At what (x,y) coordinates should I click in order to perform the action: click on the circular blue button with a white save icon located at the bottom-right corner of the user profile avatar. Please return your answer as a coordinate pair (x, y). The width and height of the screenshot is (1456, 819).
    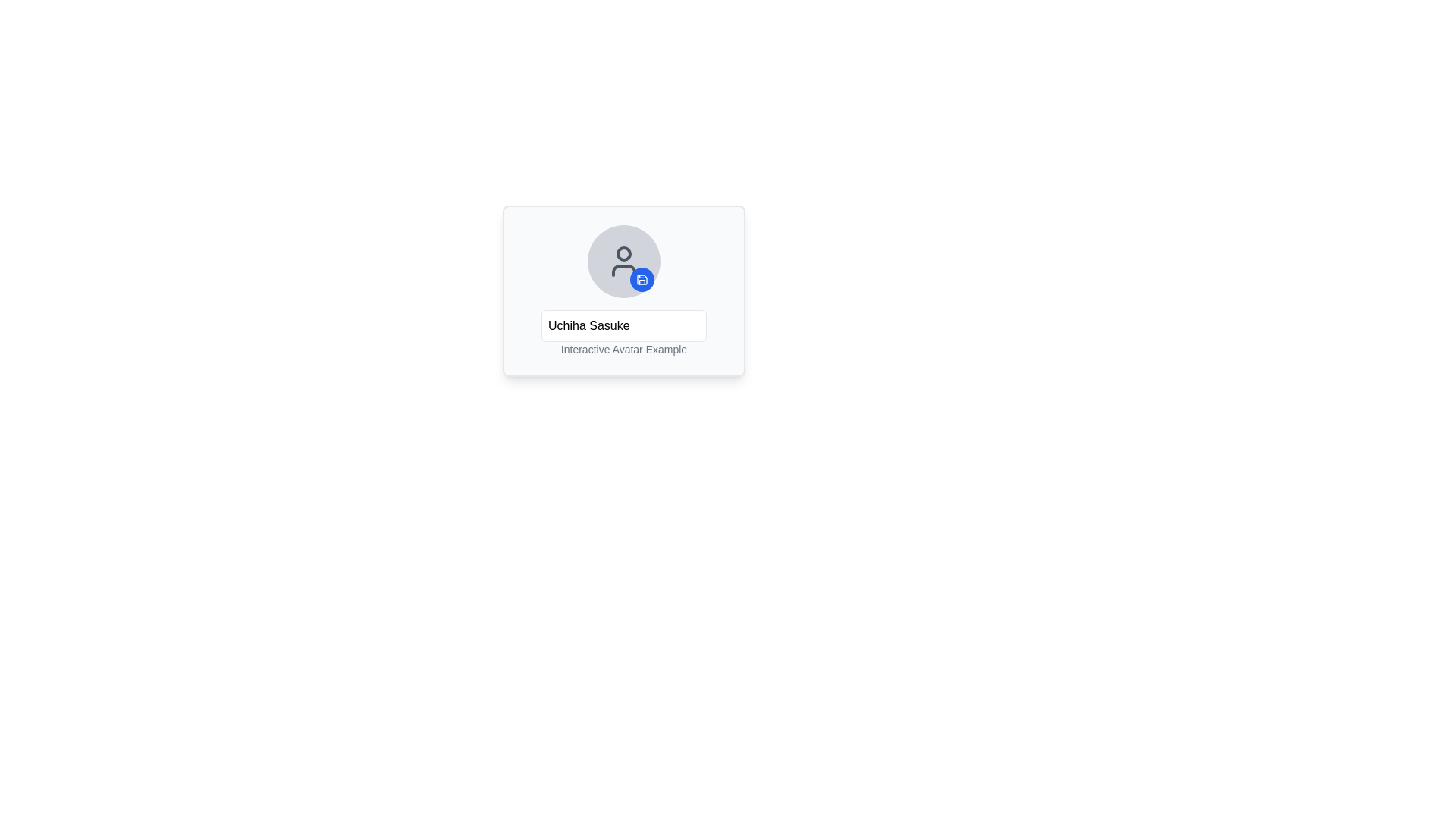
    Looking at the image, I should click on (642, 280).